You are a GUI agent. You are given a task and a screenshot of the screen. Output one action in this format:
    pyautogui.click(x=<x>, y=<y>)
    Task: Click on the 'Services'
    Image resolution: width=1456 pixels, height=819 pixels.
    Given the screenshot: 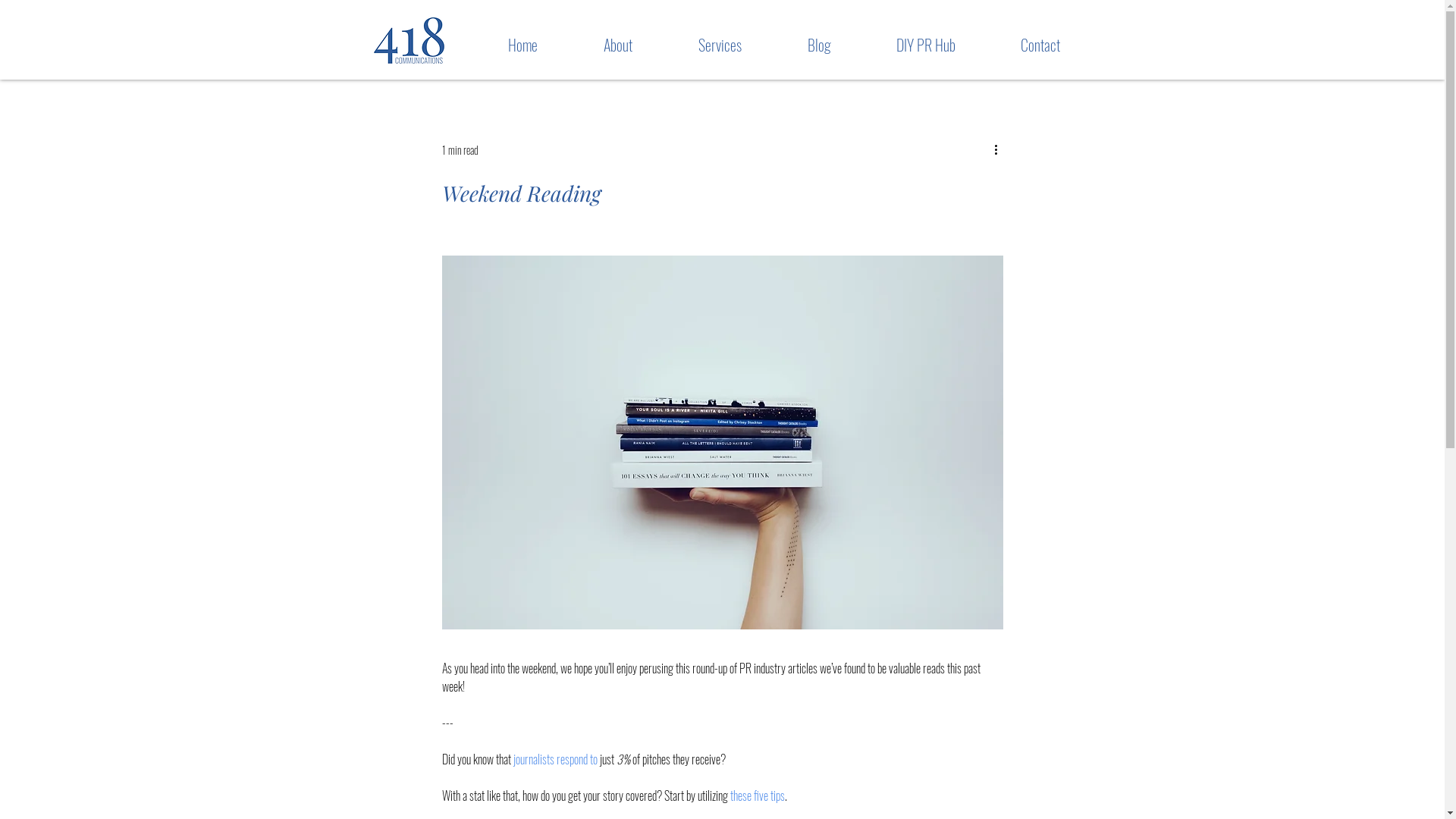 What is the action you would take?
    pyautogui.click(x=697, y=44)
    